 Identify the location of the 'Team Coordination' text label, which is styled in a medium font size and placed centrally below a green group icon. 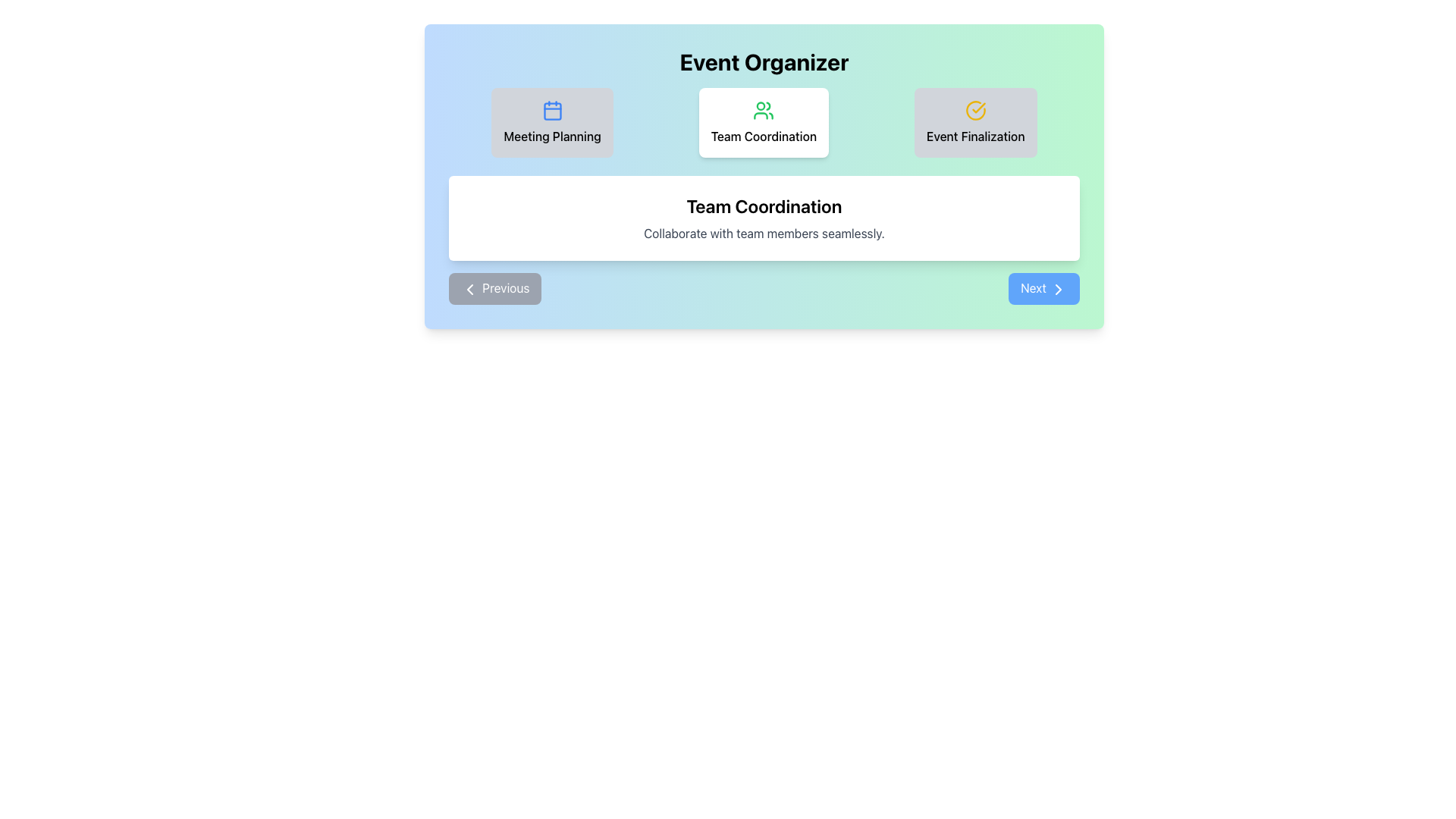
(764, 136).